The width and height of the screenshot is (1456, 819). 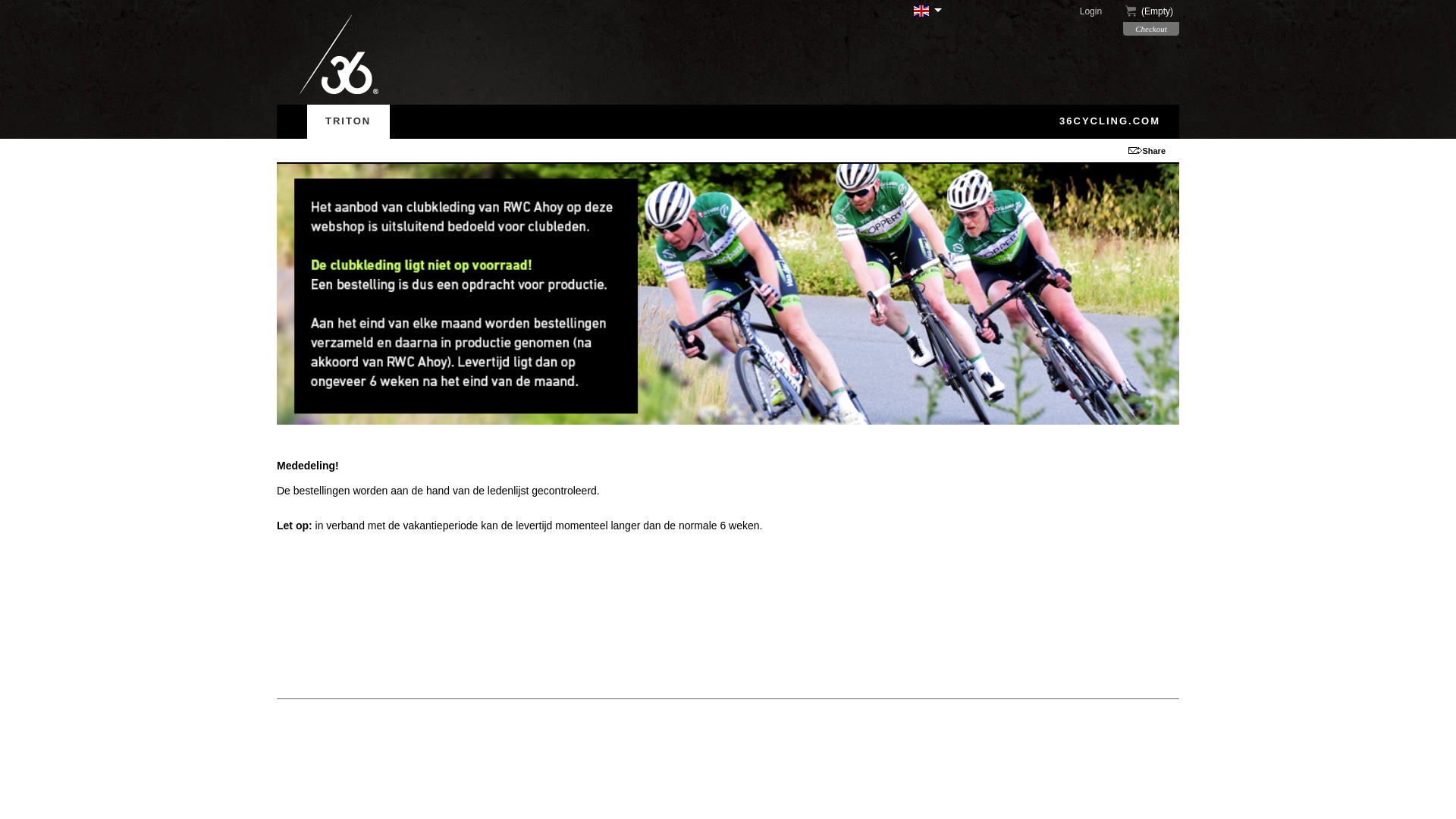 I want to click on 'Checkout', so click(x=1123, y=29).